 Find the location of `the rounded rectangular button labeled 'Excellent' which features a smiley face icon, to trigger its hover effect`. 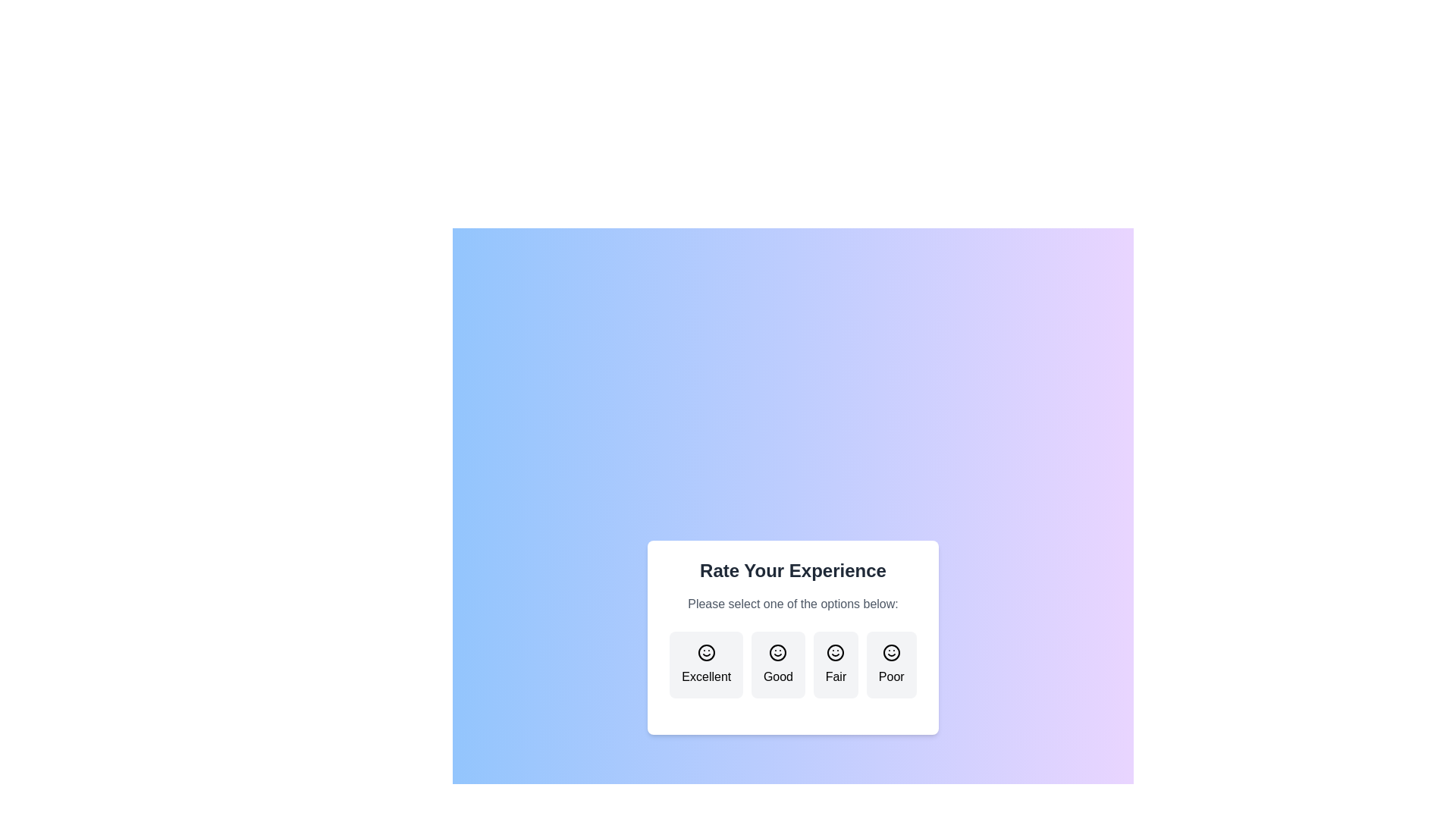

the rounded rectangular button labeled 'Excellent' which features a smiley face icon, to trigger its hover effect is located at coordinates (705, 664).